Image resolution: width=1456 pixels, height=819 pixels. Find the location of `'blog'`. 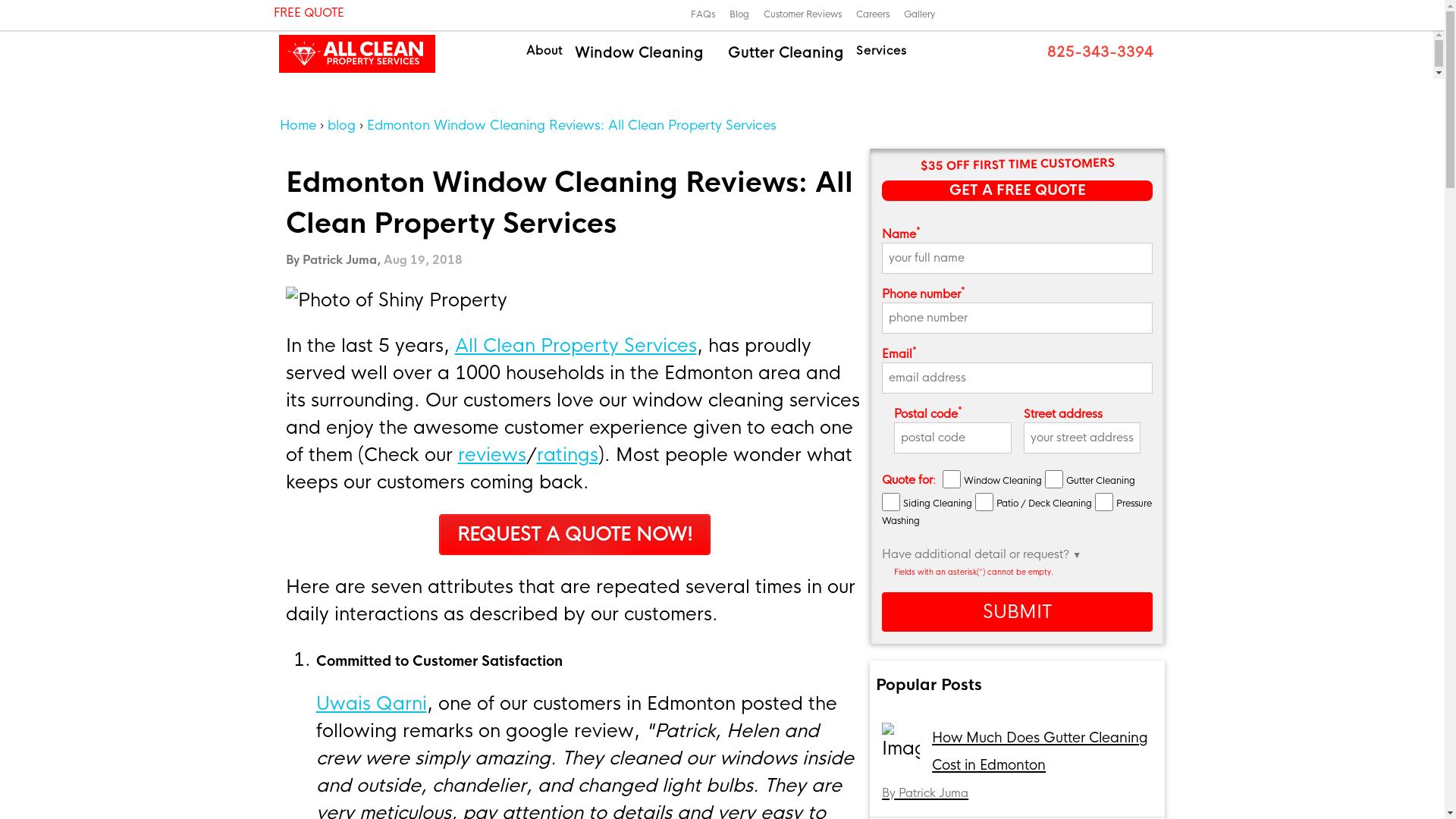

'blog' is located at coordinates (342, 124).